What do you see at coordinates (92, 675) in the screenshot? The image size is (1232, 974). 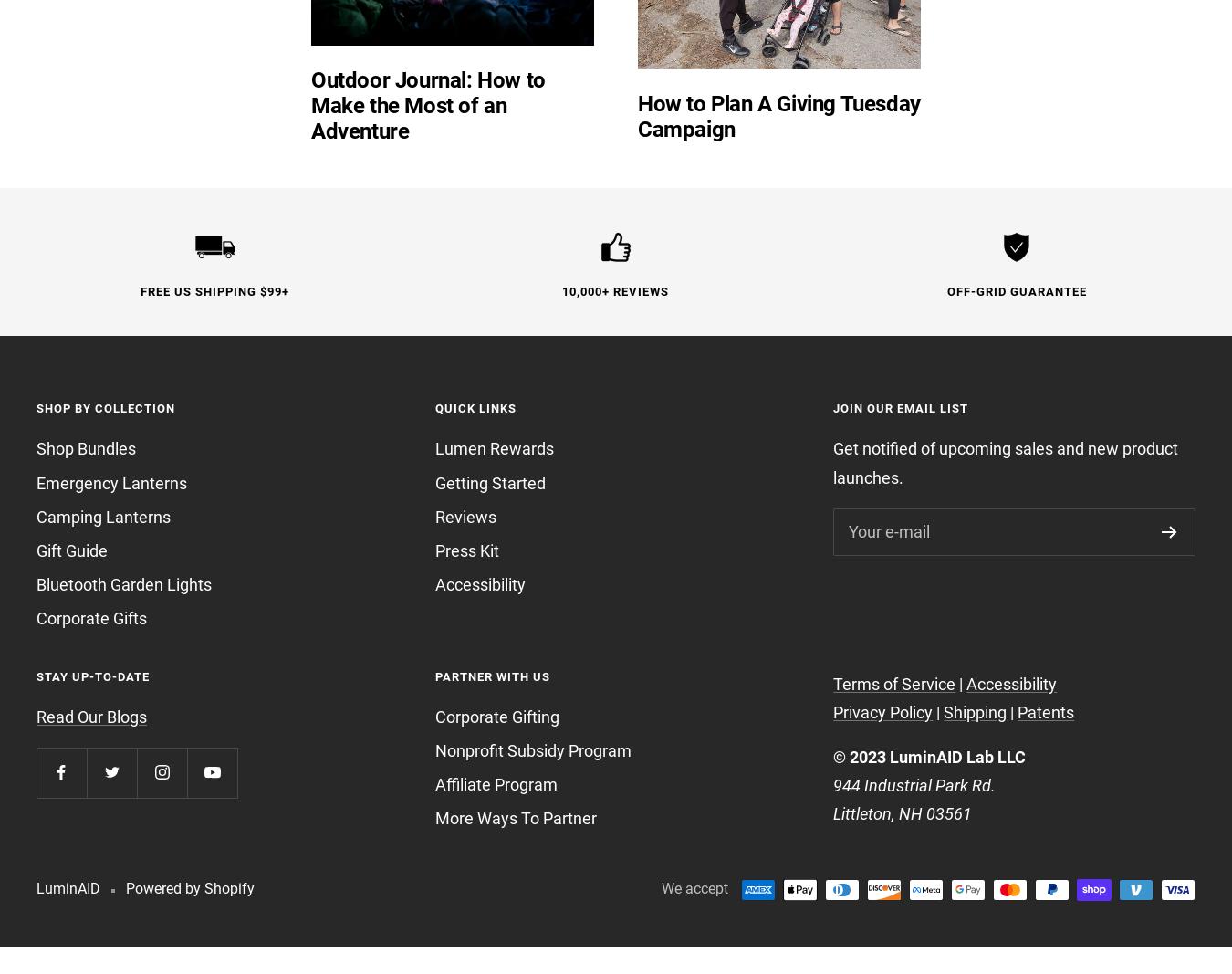 I see `'Stay Up-To-Date'` at bounding box center [92, 675].